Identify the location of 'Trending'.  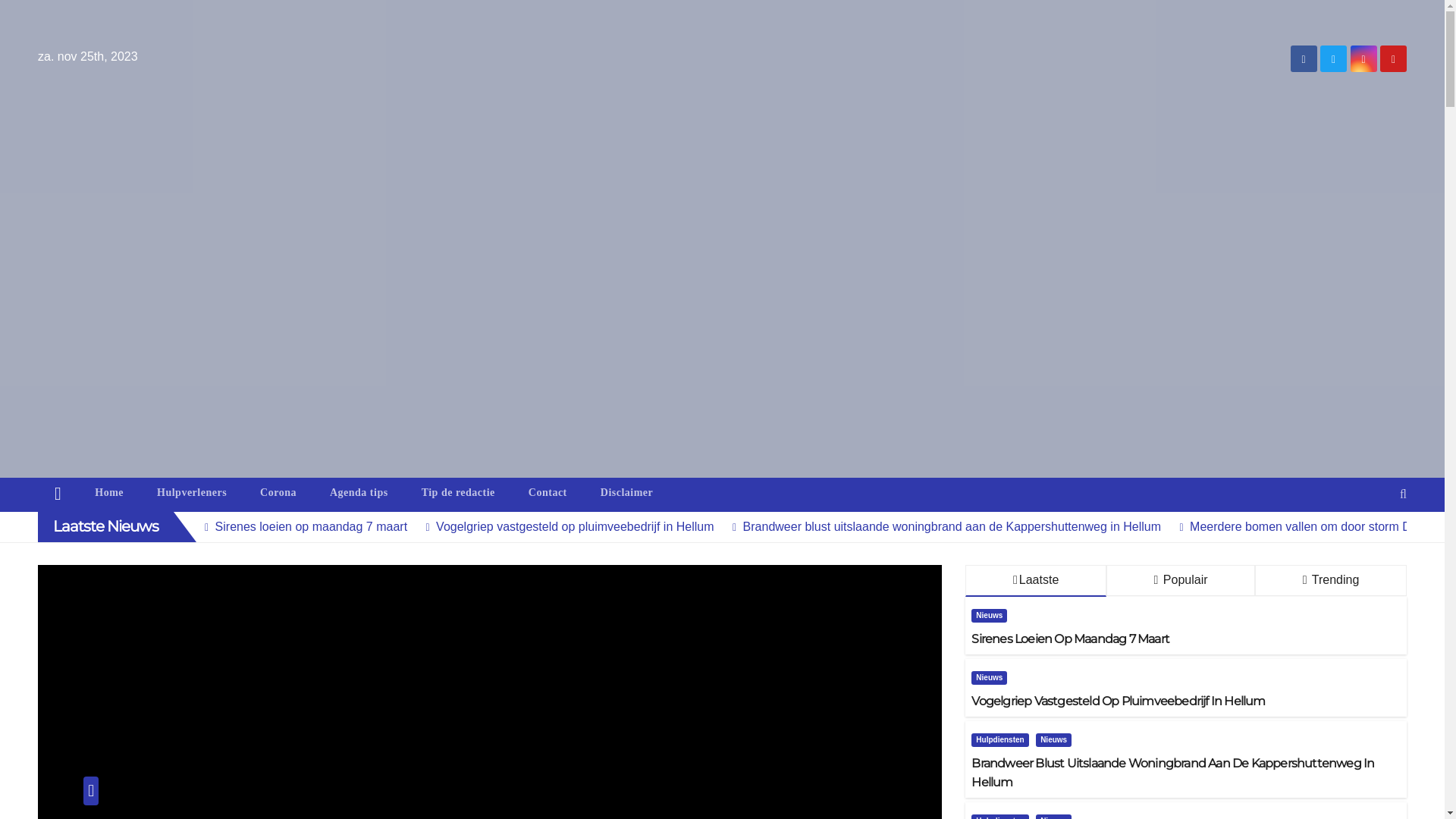
(1330, 580).